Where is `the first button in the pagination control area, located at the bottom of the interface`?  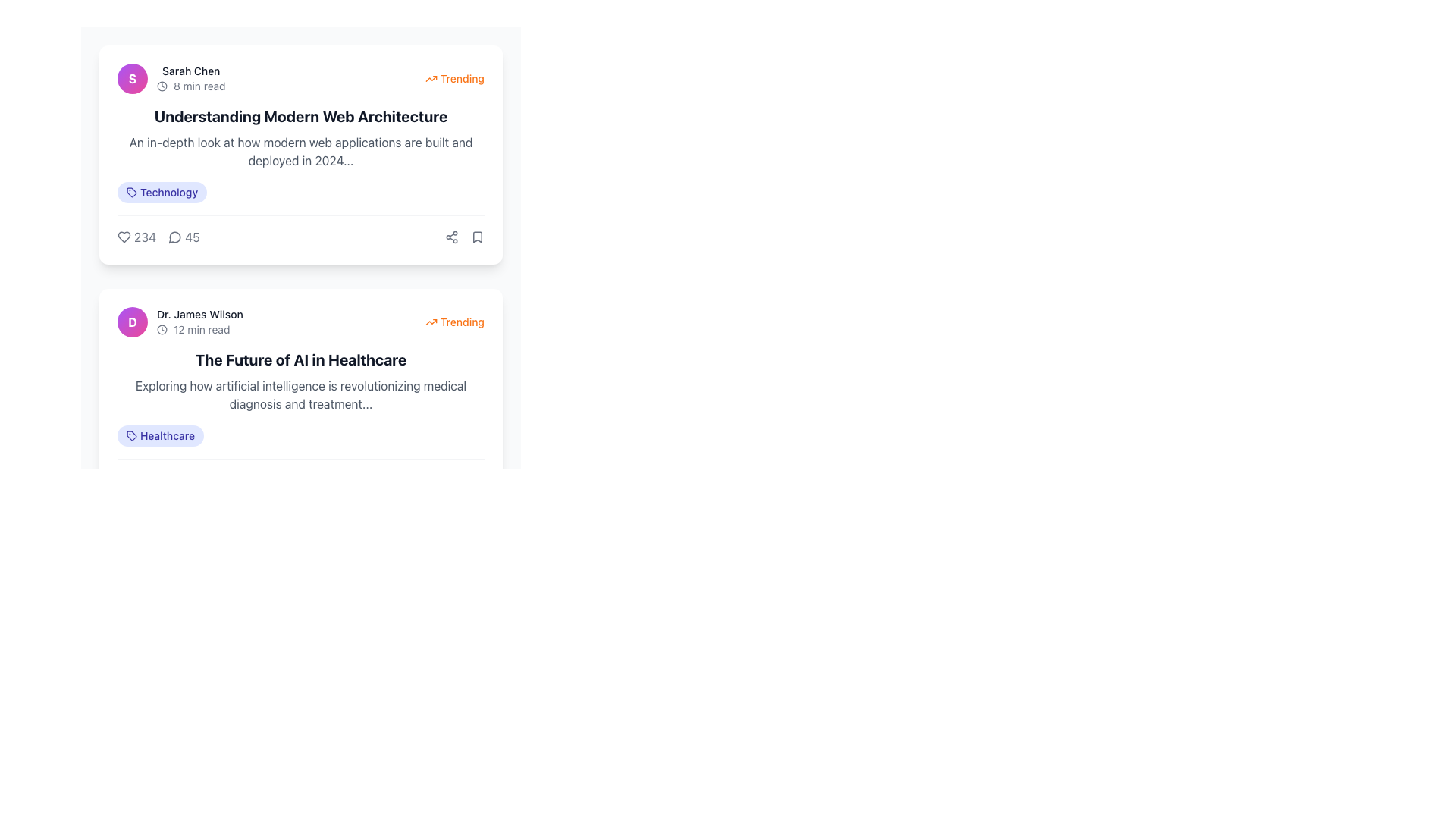
the first button in the pagination control area, located at the bottom of the interface is located at coordinates (179, 802).